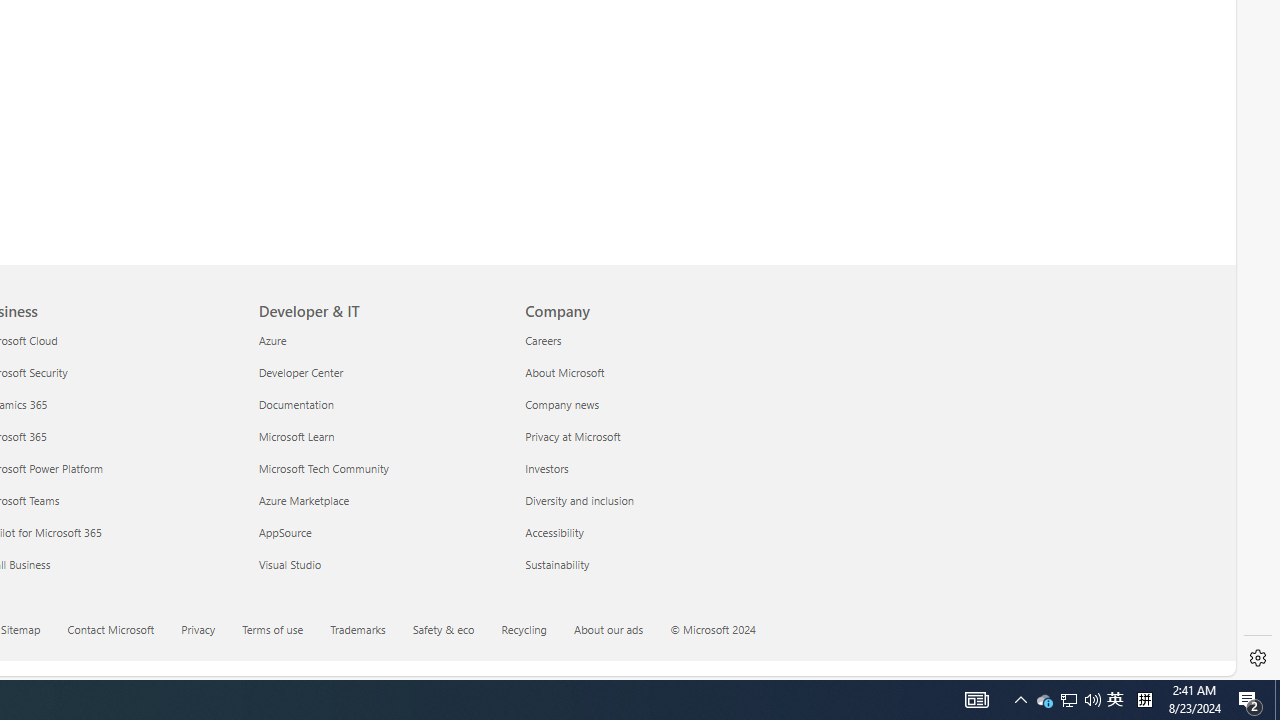 The height and width of the screenshot is (720, 1280). What do you see at coordinates (646, 404) in the screenshot?
I see `'Company news'` at bounding box center [646, 404].